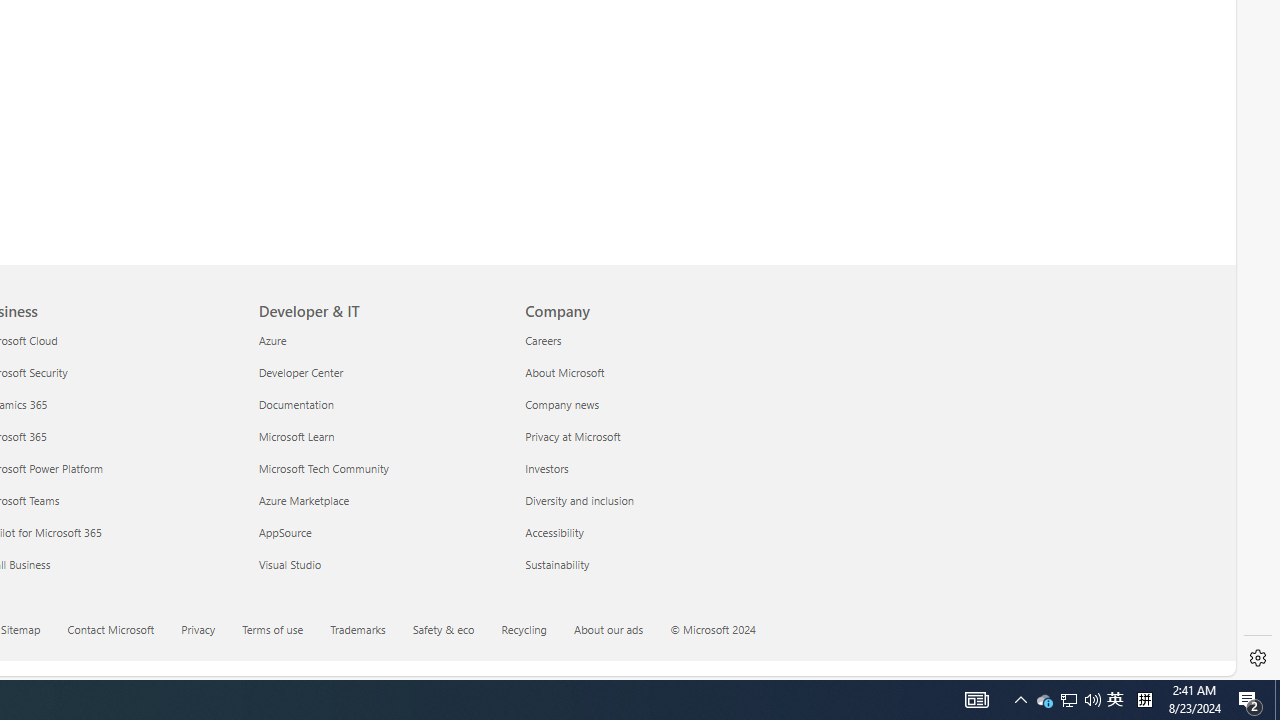 The height and width of the screenshot is (720, 1280). What do you see at coordinates (646, 404) in the screenshot?
I see `'Company news'` at bounding box center [646, 404].